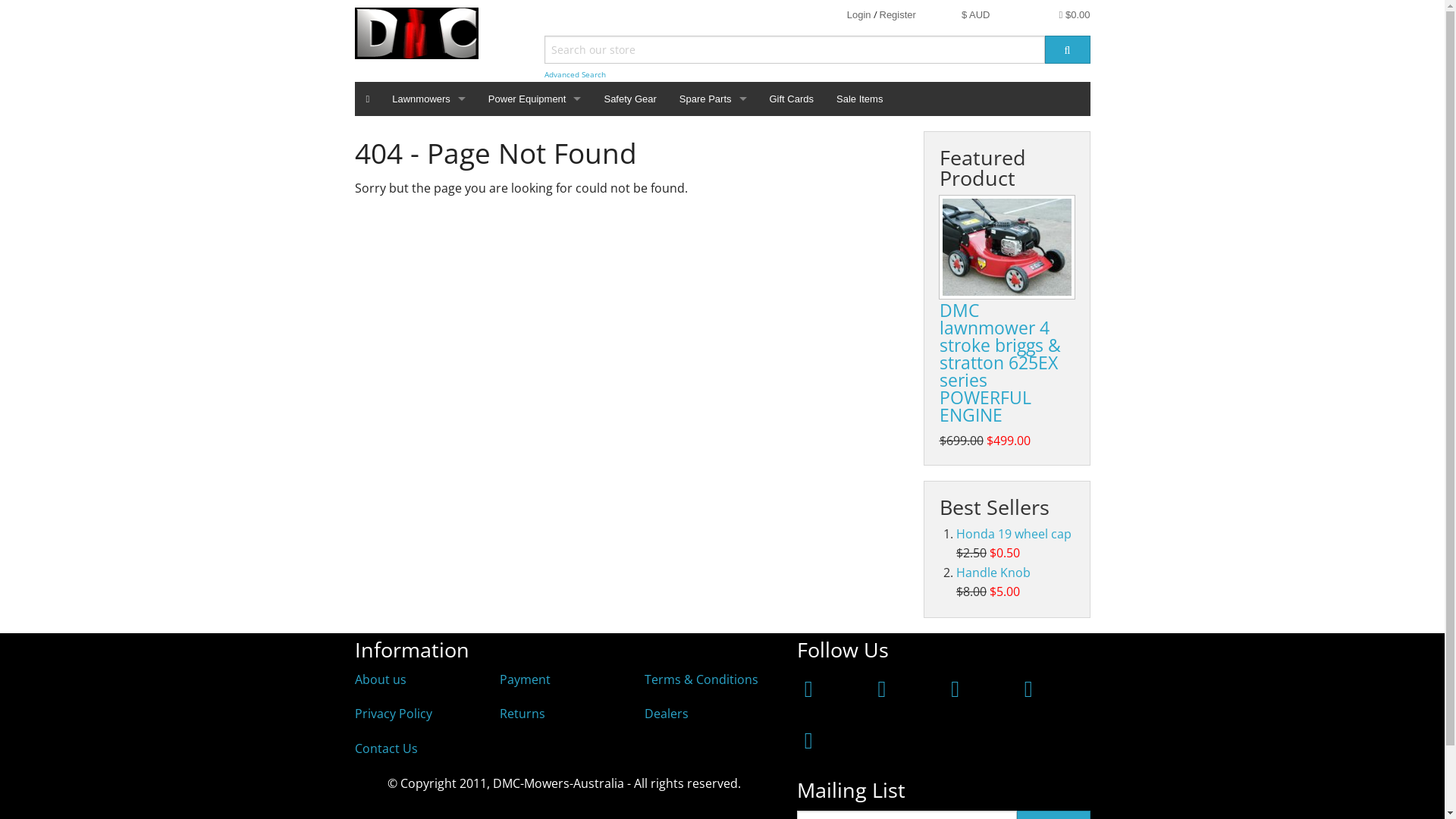 This screenshot has width=1456, height=819. What do you see at coordinates (808, 688) in the screenshot?
I see `'Facebook'` at bounding box center [808, 688].